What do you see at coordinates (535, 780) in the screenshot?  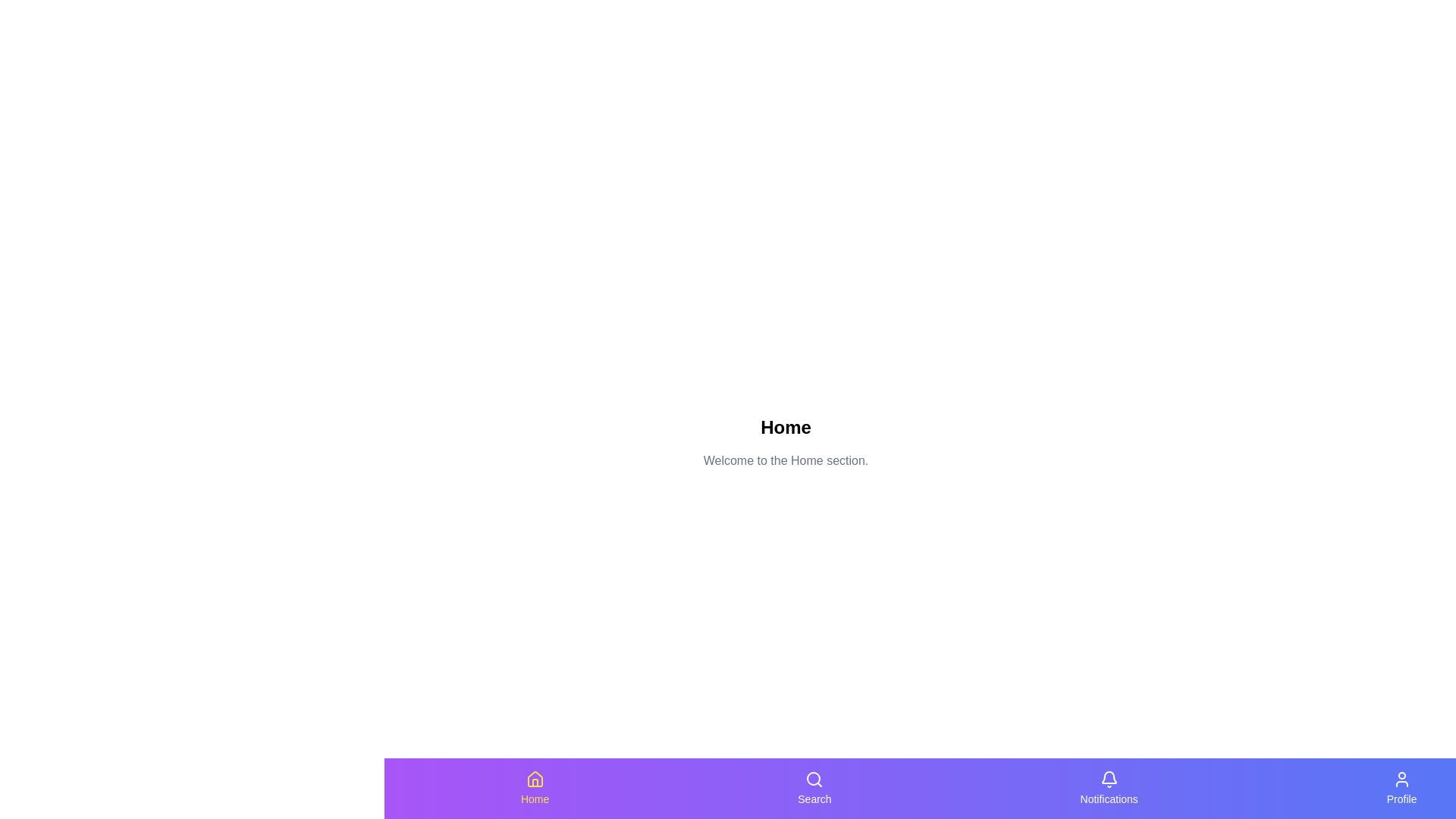 I see `the house icon, which is the first icon on the left` at bounding box center [535, 780].